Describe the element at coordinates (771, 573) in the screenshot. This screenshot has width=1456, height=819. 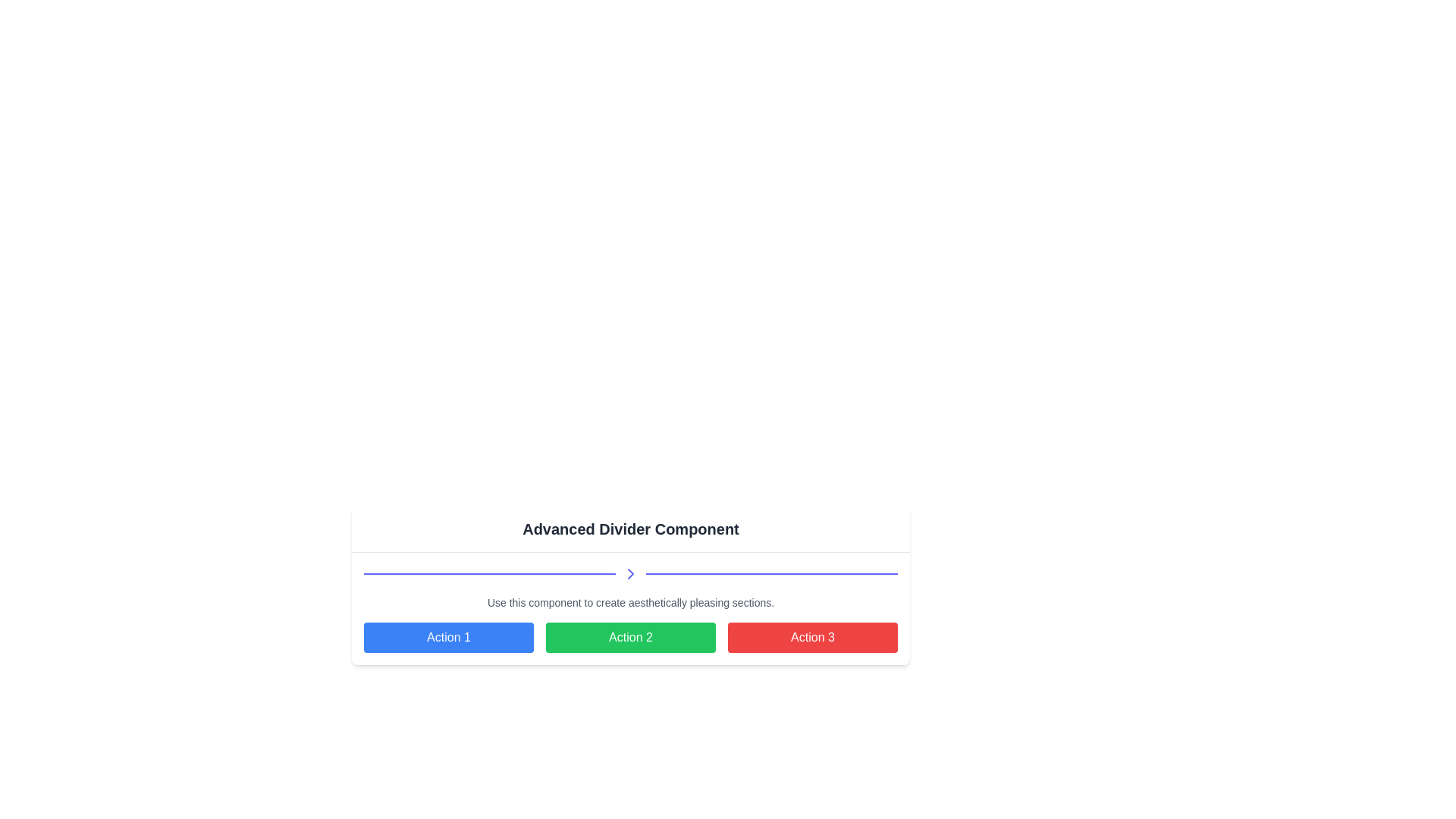
I see `the Divider line located under the header 'Advanced Divider Component', positioned to the right of a central arrow icon` at that location.